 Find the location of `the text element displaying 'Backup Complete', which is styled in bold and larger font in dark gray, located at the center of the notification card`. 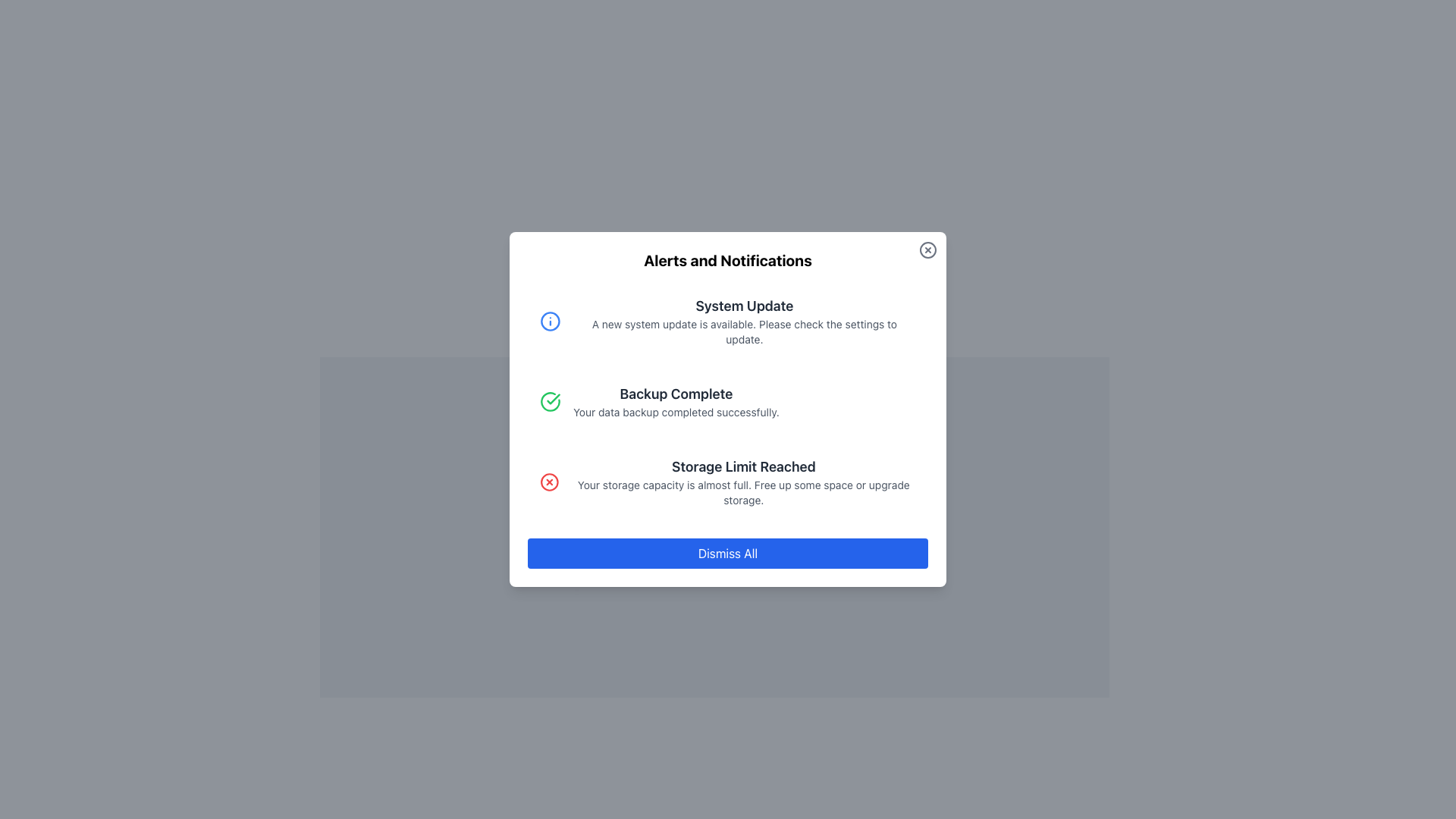

the text element displaying 'Backup Complete', which is styled in bold and larger font in dark gray, located at the center of the notification card is located at coordinates (675, 394).